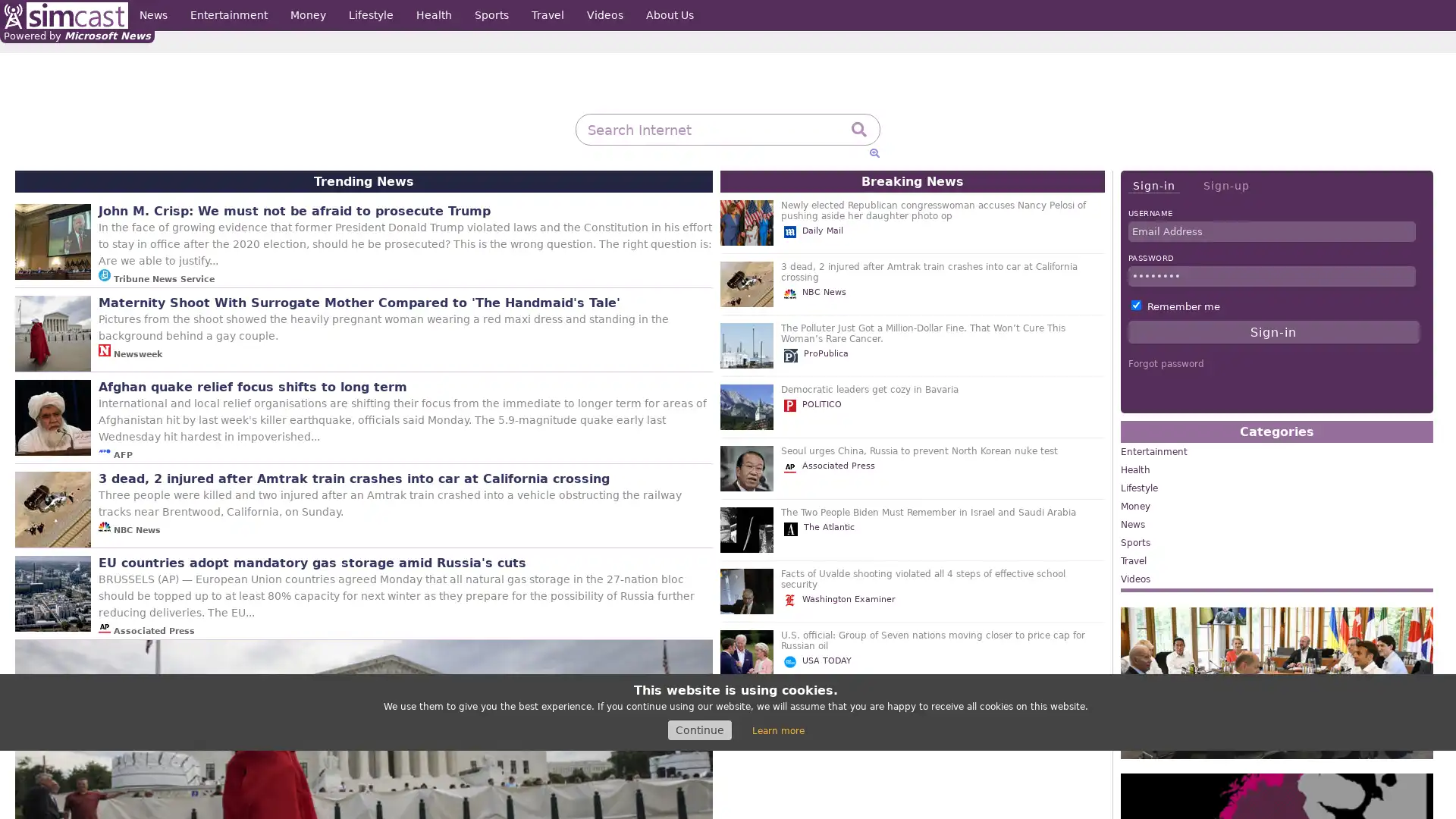  Describe the element at coordinates (698, 730) in the screenshot. I see `Continue` at that location.